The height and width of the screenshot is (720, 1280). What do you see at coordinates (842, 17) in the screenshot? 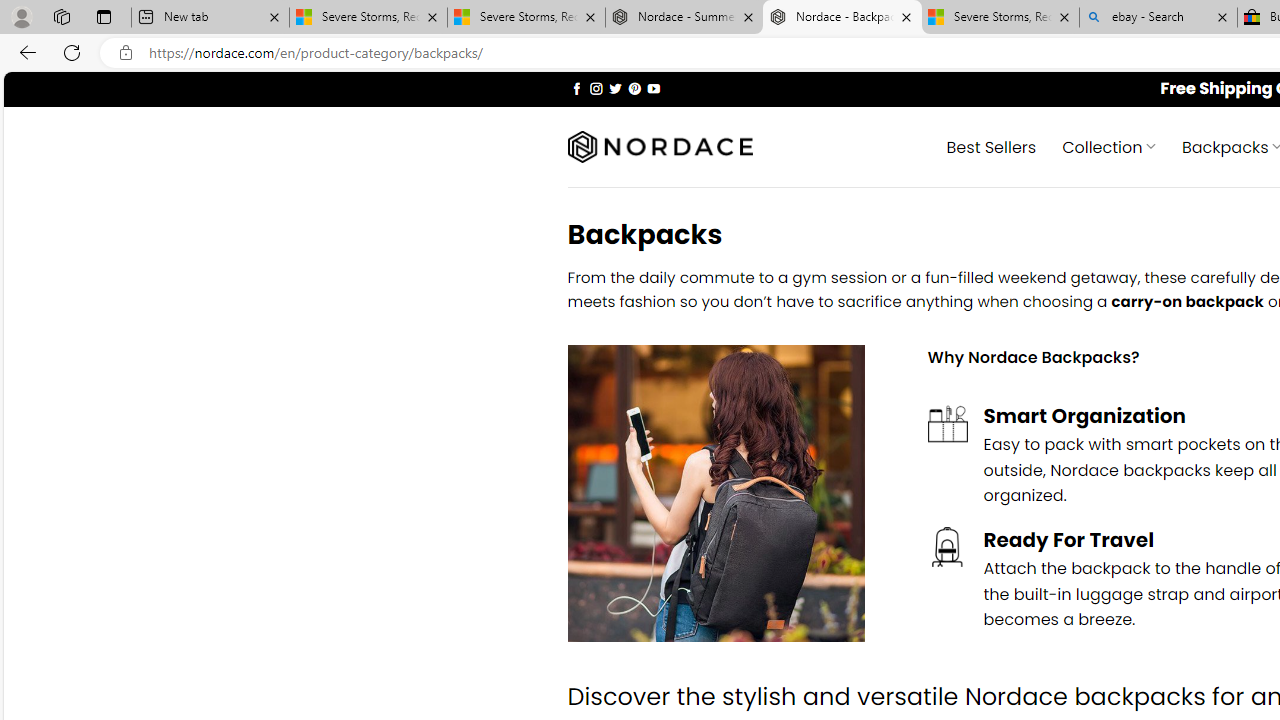
I see `'Nordace - Backpacks'` at bounding box center [842, 17].